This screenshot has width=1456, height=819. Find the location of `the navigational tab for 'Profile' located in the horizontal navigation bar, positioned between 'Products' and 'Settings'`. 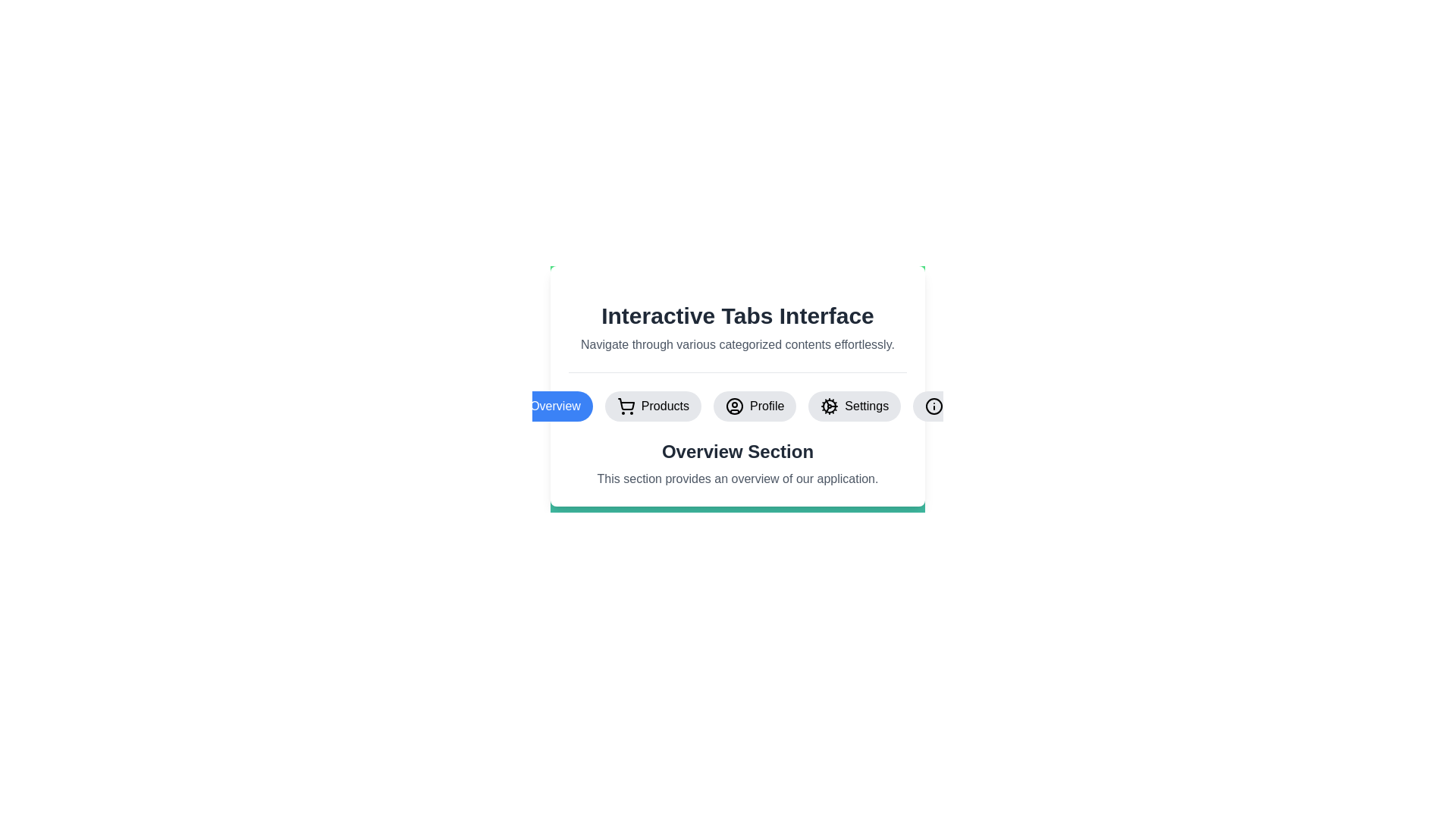

the navigational tab for 'Profile' located in the horizontal navigation bar, positioned between 'Products' and 'Settings' is located at coordinates (738, 406).